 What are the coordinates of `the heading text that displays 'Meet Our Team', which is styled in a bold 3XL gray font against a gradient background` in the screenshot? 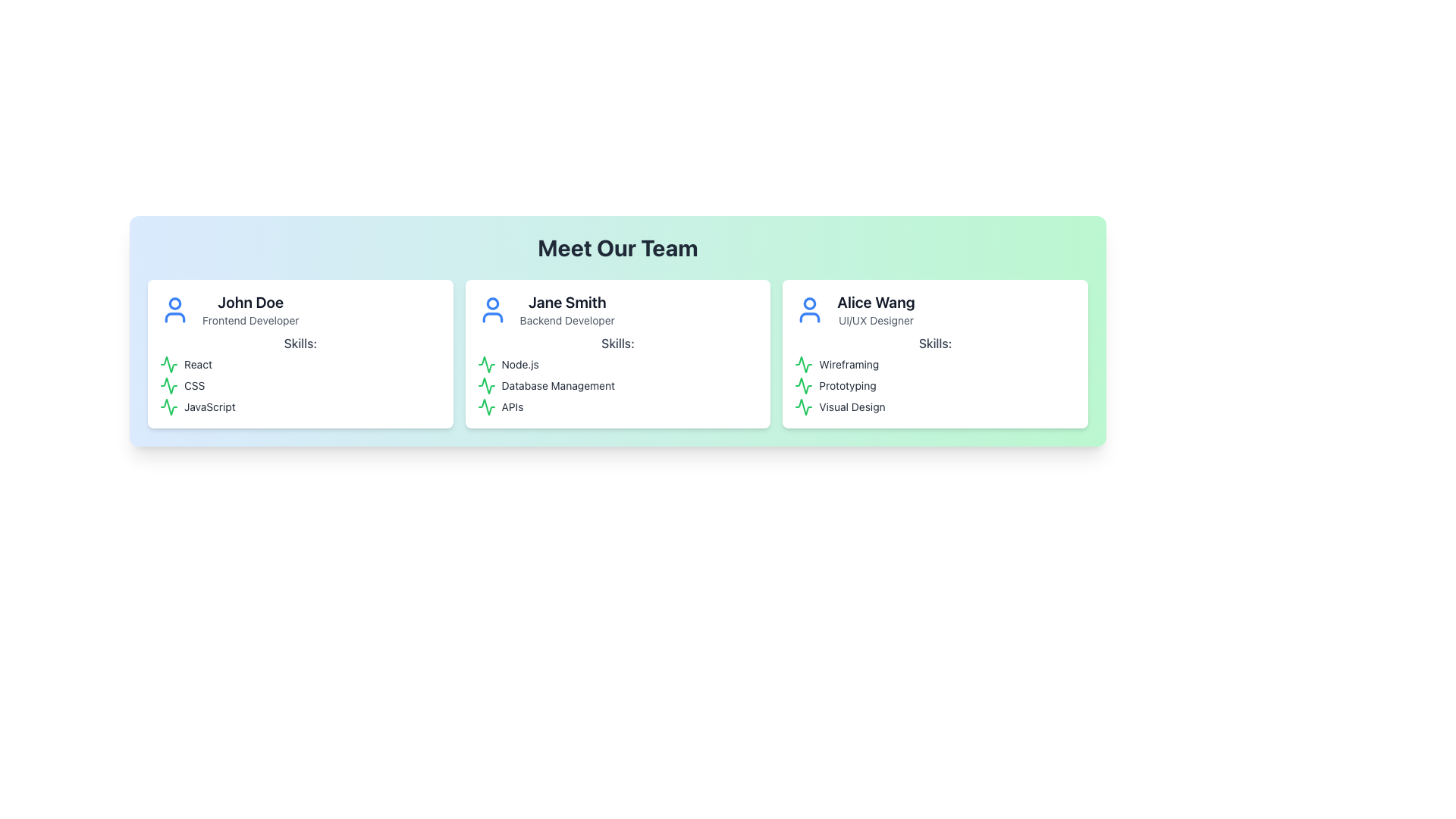 It's located at (618, 247).